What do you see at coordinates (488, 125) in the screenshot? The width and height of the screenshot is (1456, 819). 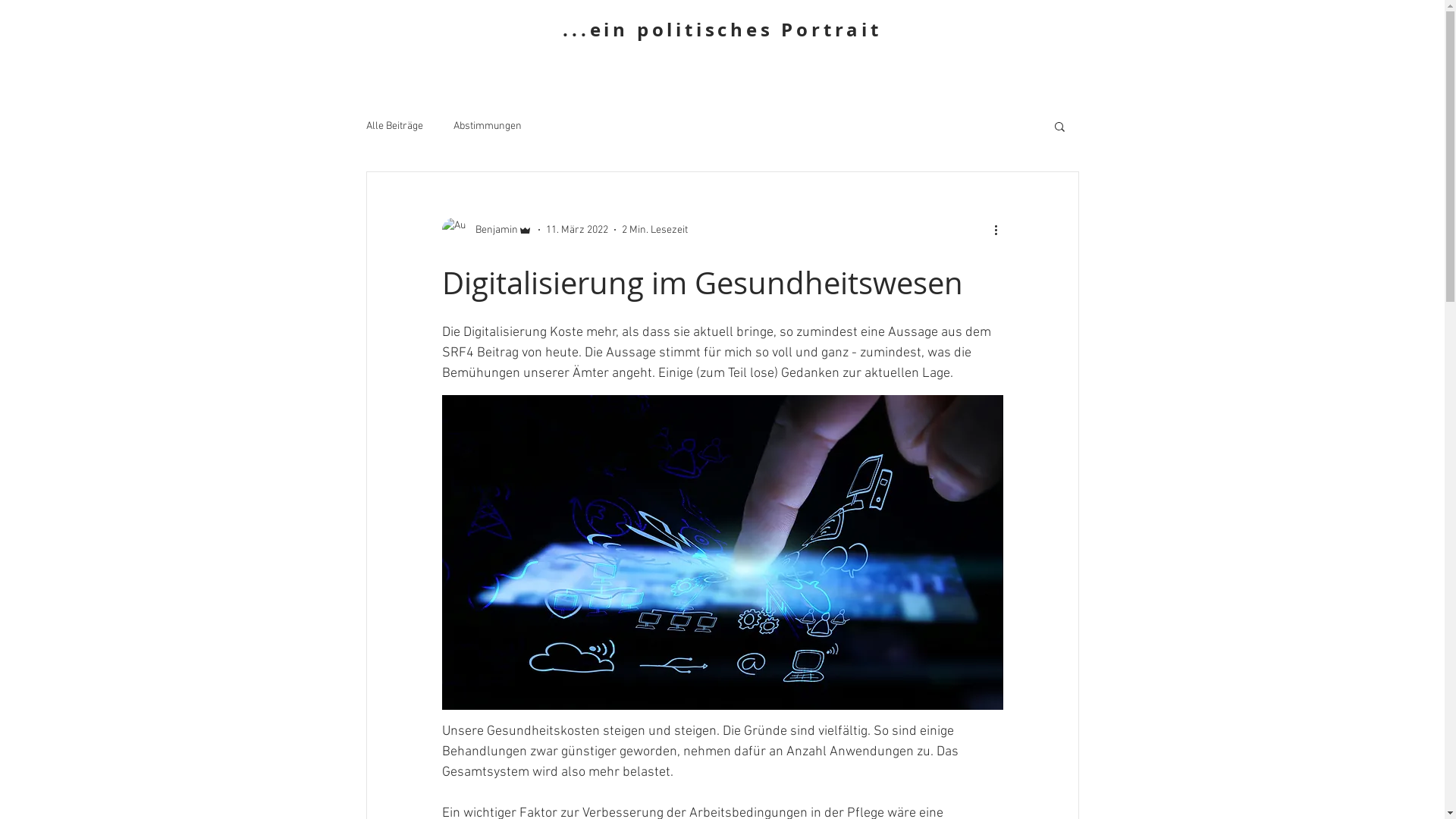 I see `'Abstimmungen'` at bounding box center [488, 125].